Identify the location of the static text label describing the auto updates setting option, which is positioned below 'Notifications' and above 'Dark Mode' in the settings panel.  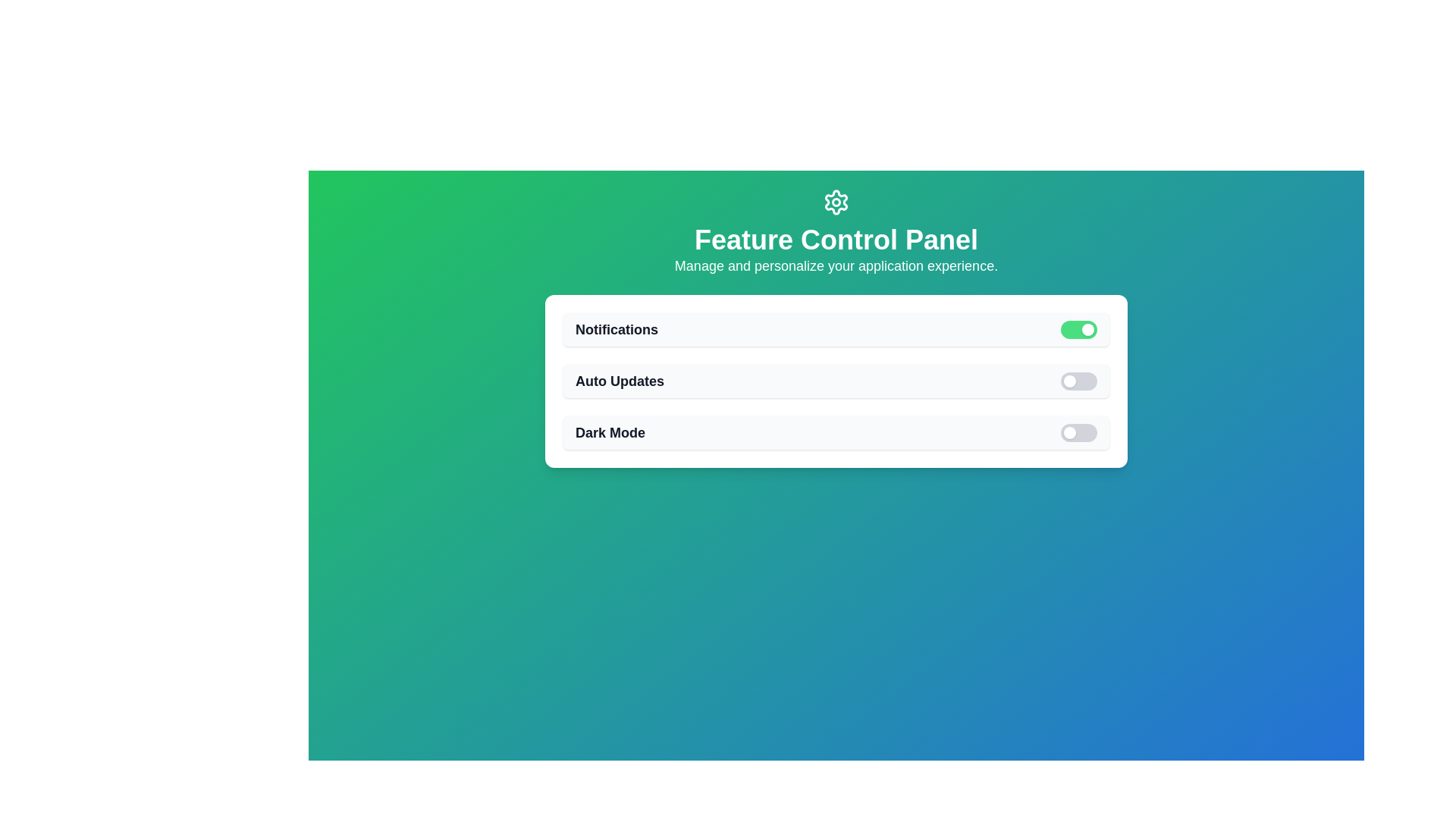
(620, 380).